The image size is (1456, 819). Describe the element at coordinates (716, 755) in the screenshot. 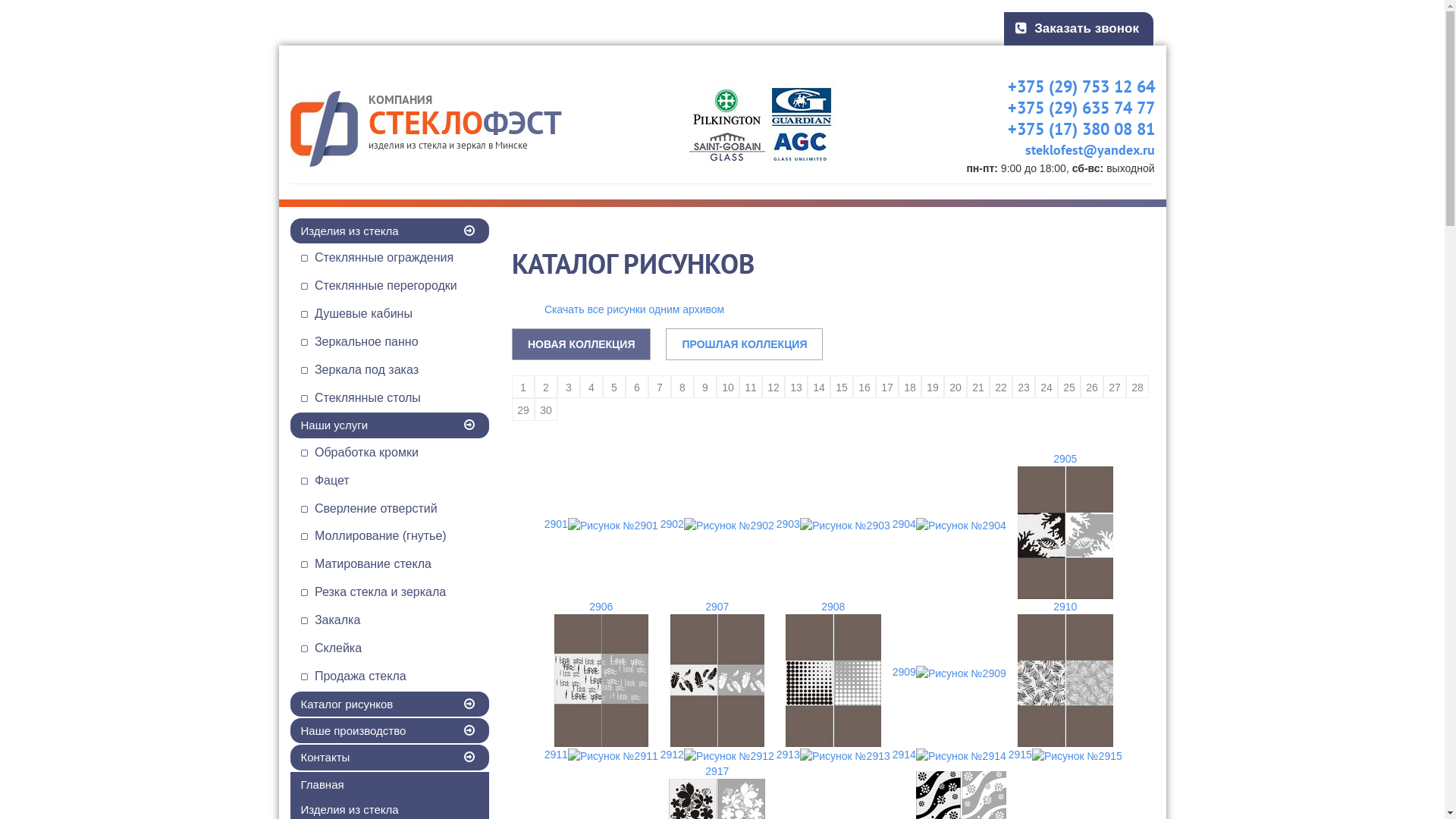

I see `'2912'` at that location.